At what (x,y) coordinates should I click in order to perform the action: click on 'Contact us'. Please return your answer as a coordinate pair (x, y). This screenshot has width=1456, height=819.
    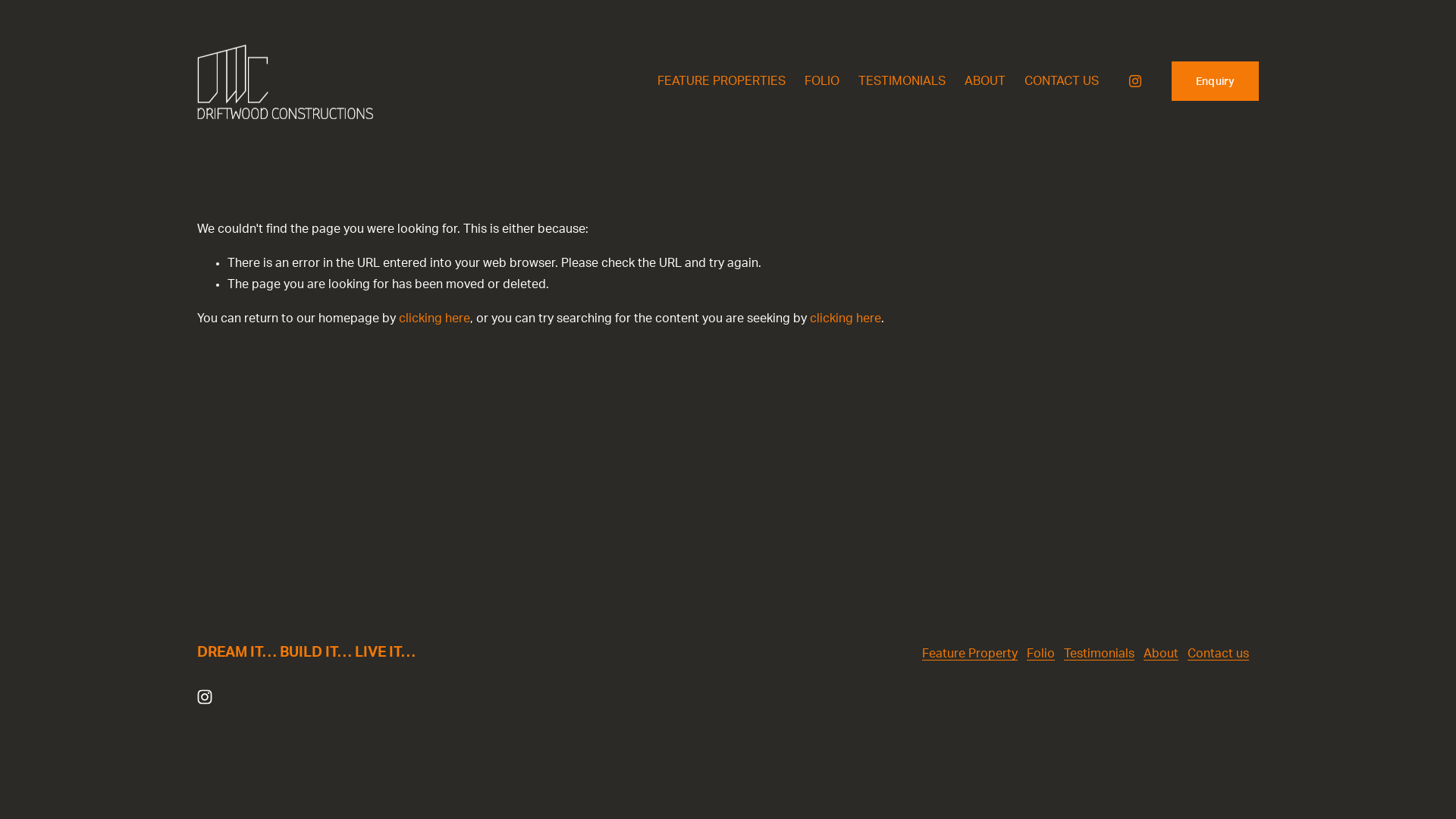
    Looking at the image, I should click on (1218, 653).